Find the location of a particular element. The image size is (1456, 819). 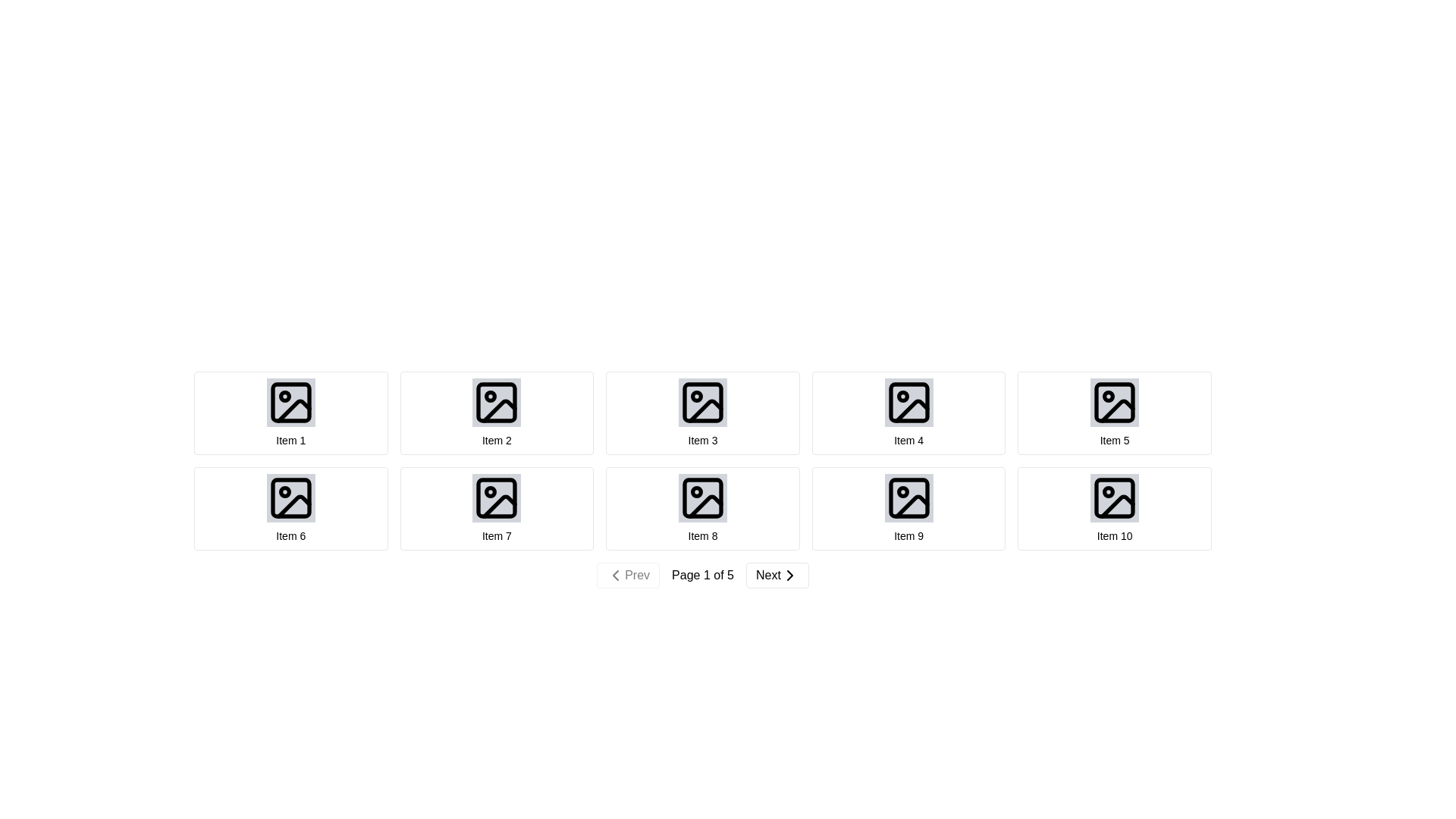

the chevron-shaped arrow icon pointing to the right located at the bottom-right corner of the interface is located at coordinates (789, 576).